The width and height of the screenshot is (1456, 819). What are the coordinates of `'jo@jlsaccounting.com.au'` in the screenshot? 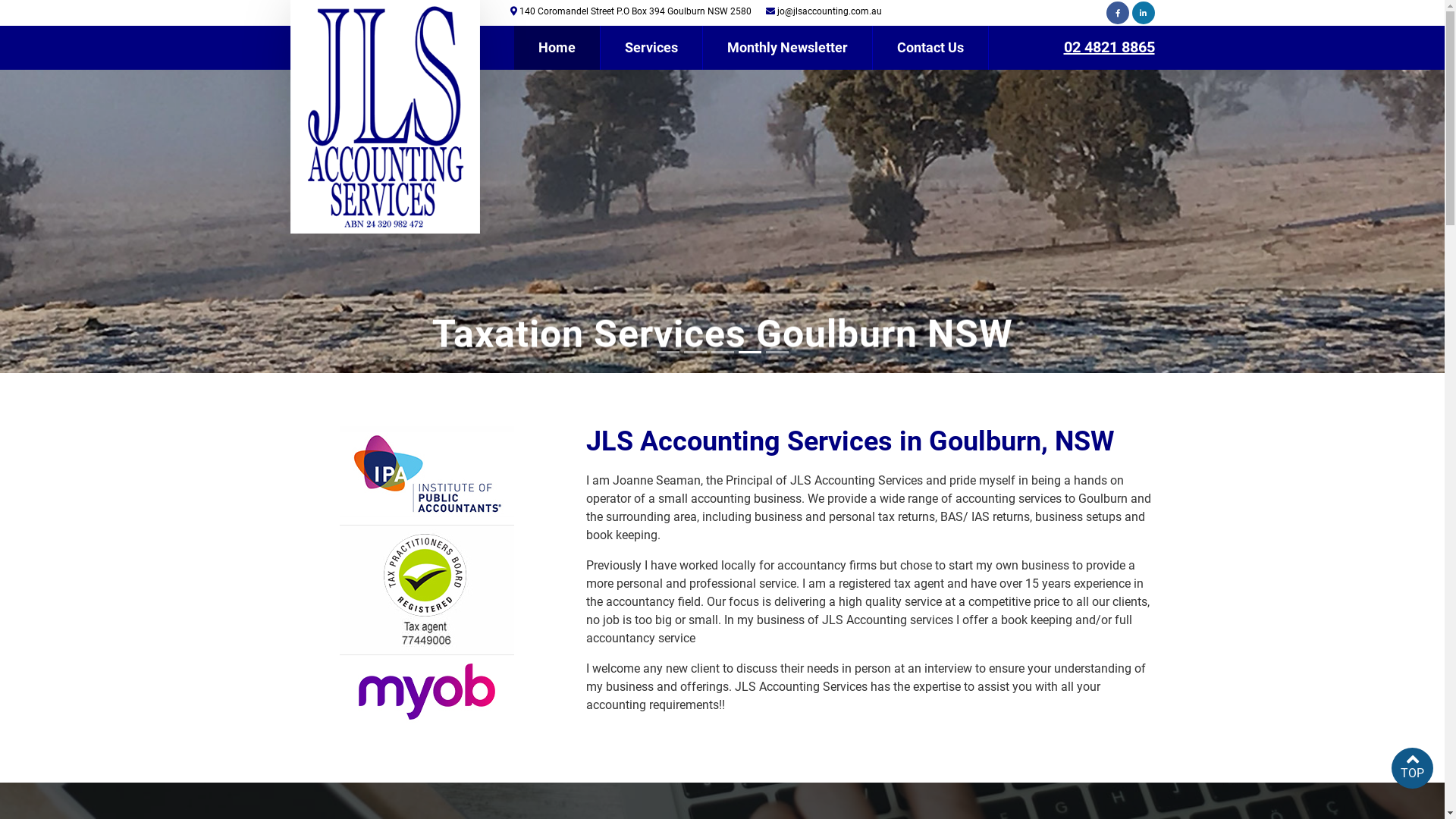 It's located at (828, 11).